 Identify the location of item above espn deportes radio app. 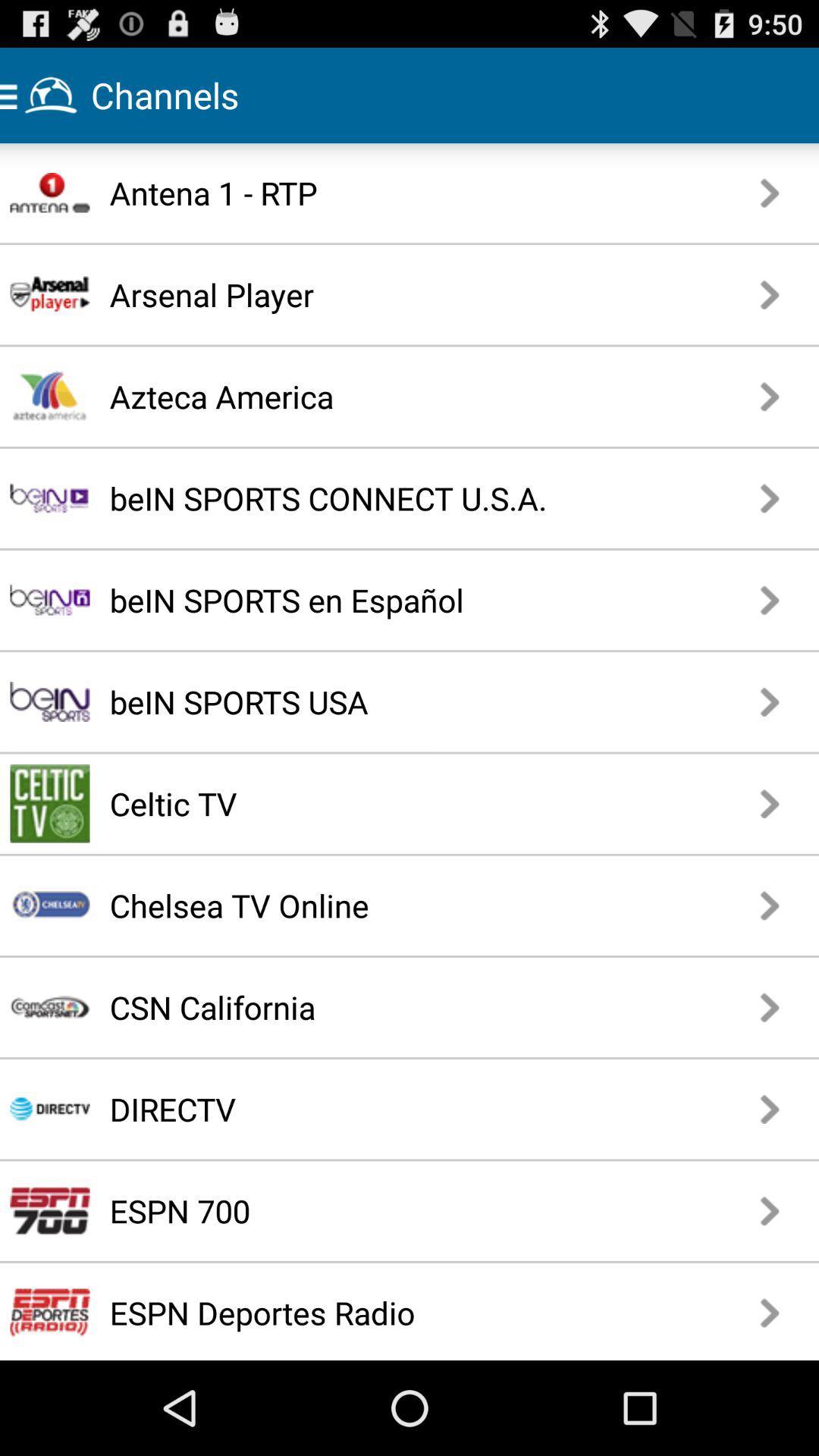
(357, 1210).